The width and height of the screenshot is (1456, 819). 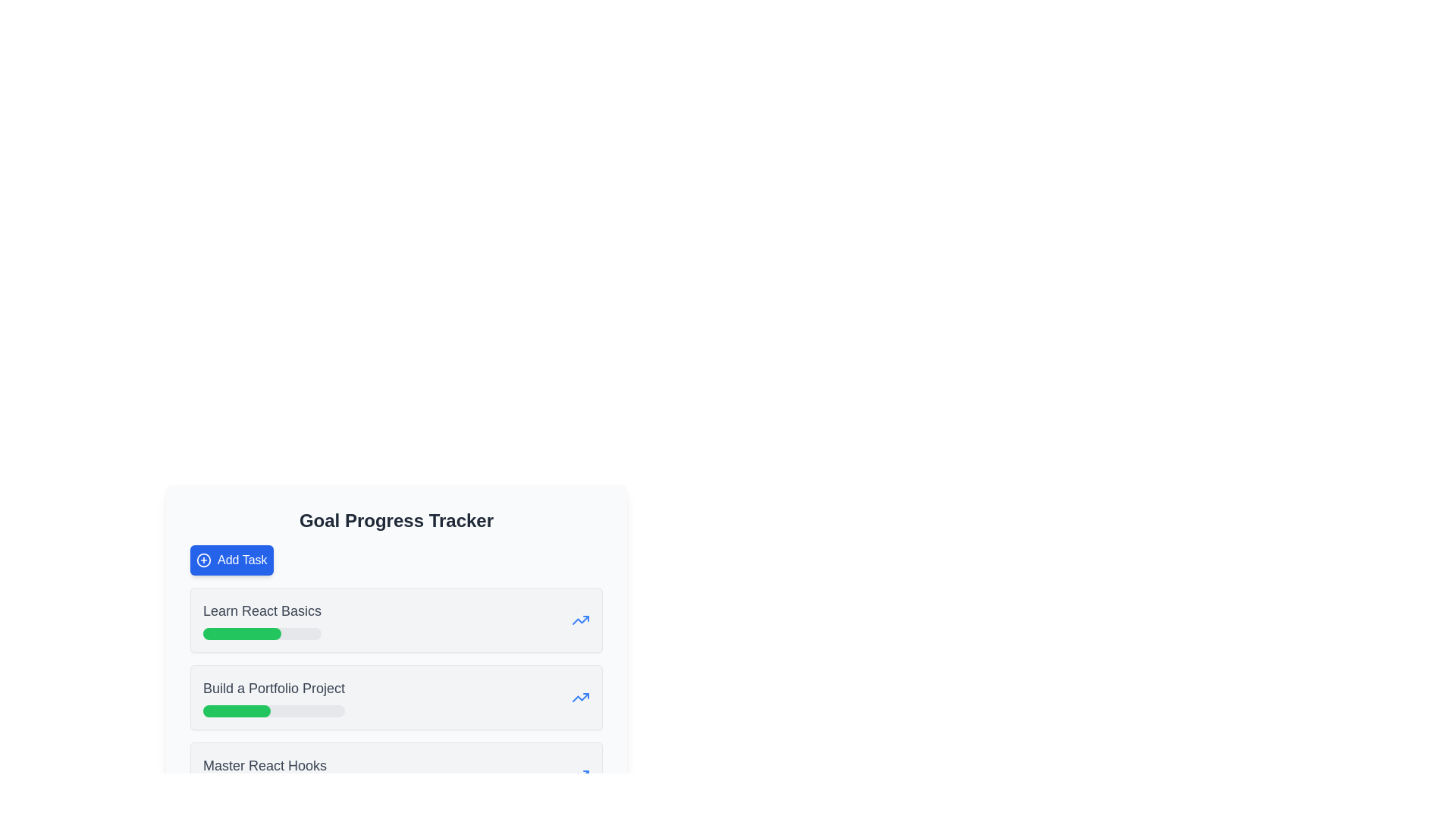 What do you see at coordinates (202, 560) in the screenshot?
I see `the '+' icon enclosed within a circle, which has a blue background and white stroke, located to the left of the 'Add Task' button text` at bounding box center [202, 560].